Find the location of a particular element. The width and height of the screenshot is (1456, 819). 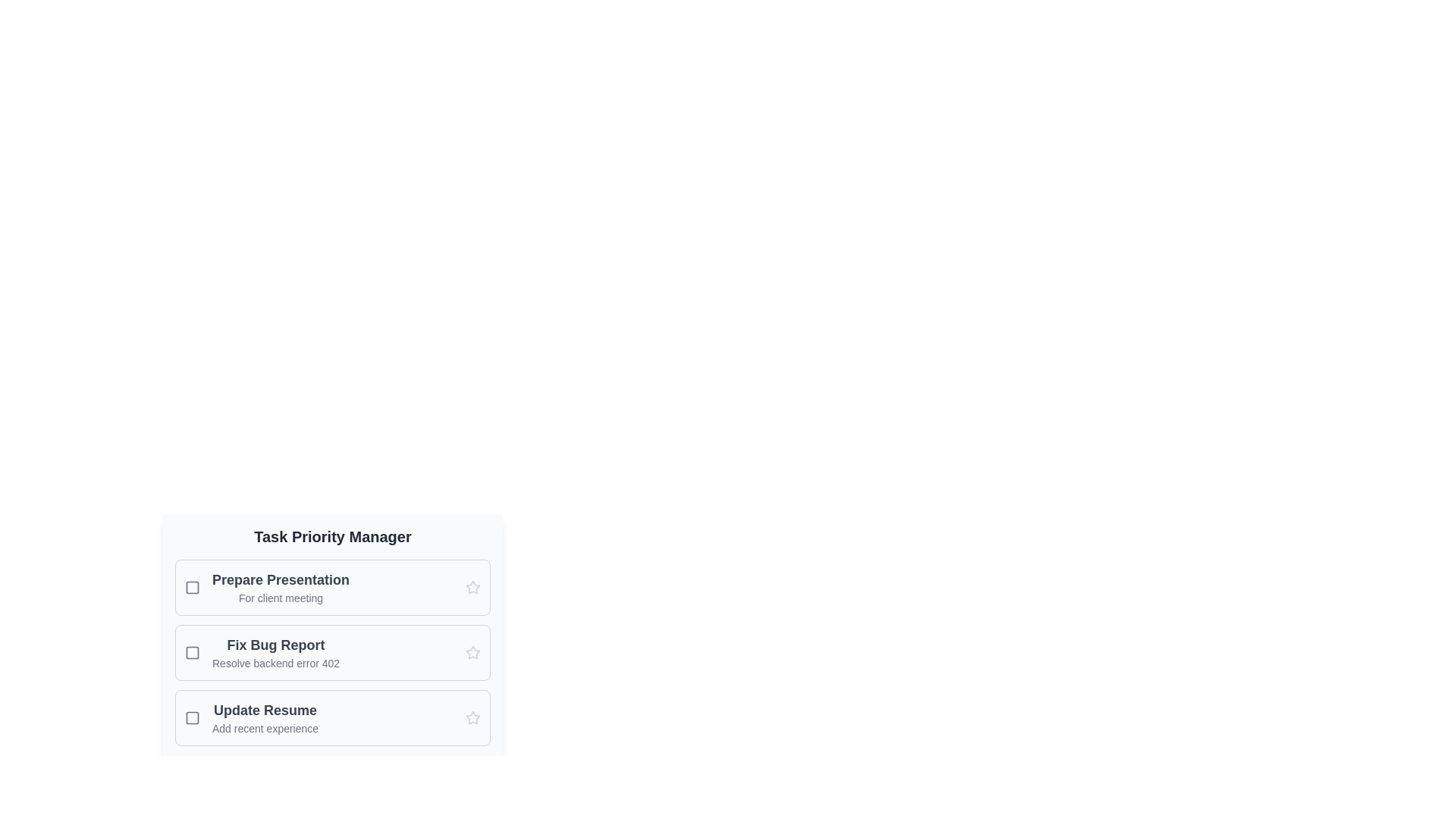

the checkbox for the task 'Prepare Presentation' is located at coordinates (192, 587).